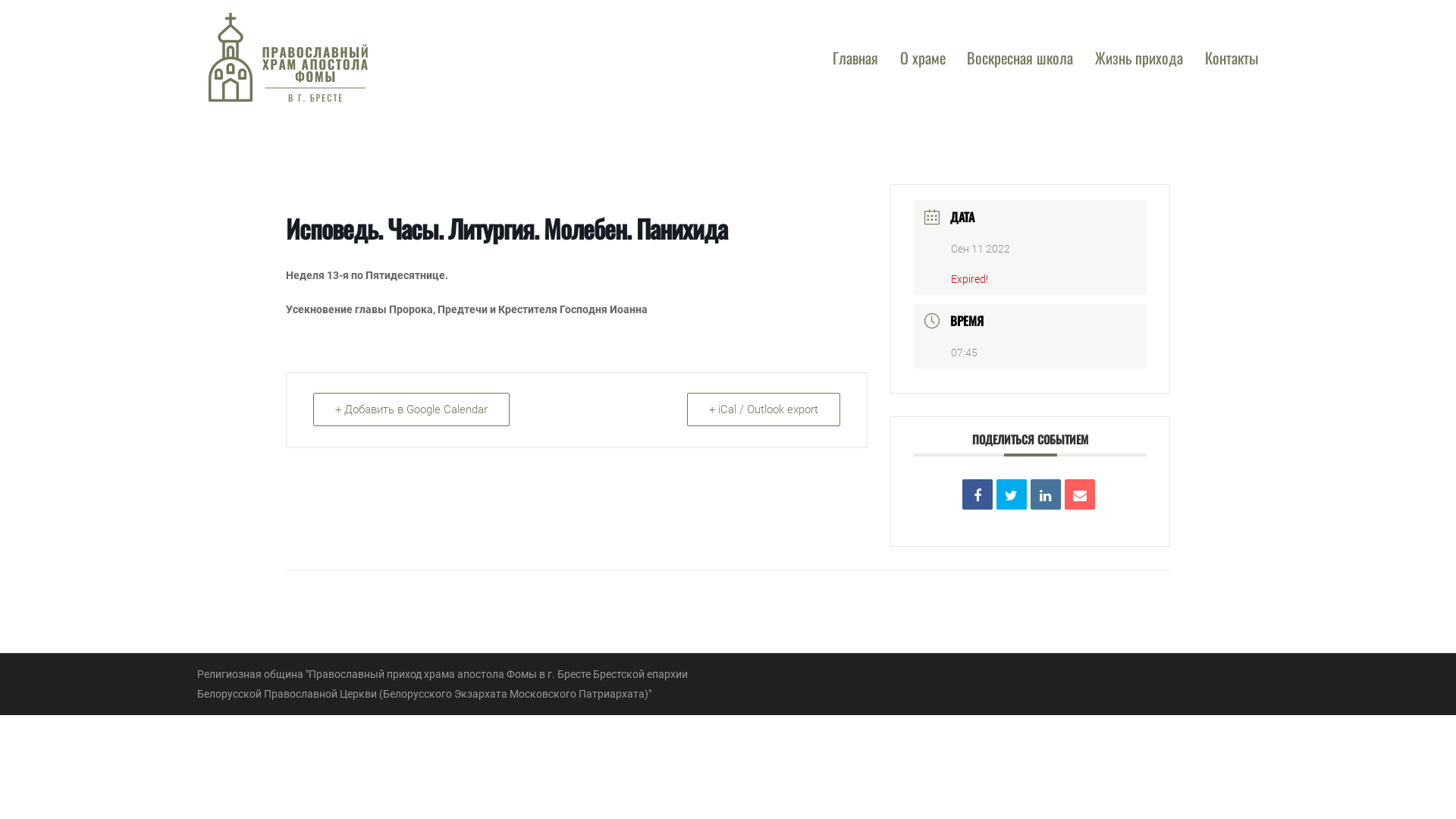 The image size is (1456, 819). I want to click on 'Tweet', so click(1012, 494).